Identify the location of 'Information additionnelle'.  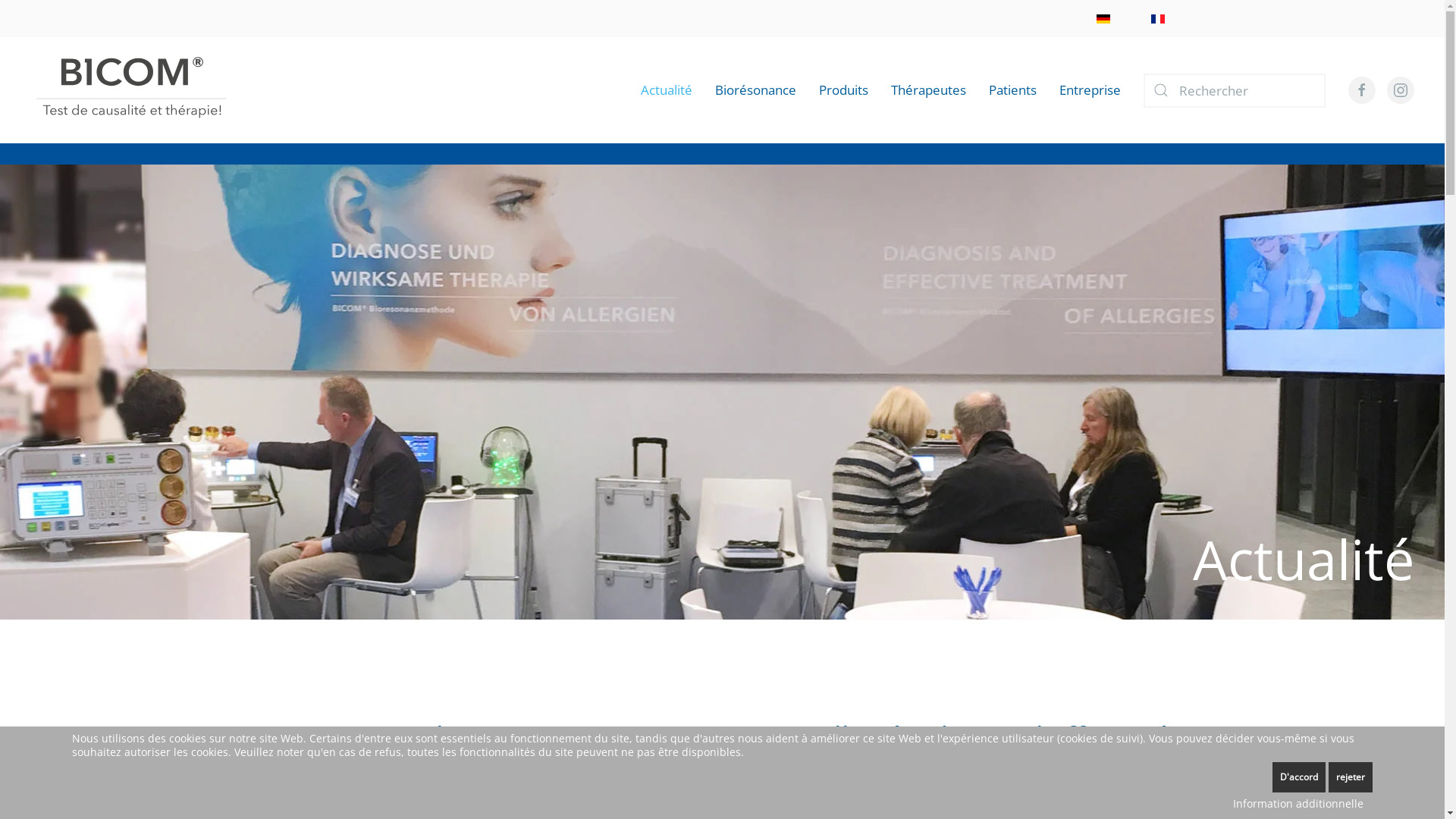
(1298, 803).